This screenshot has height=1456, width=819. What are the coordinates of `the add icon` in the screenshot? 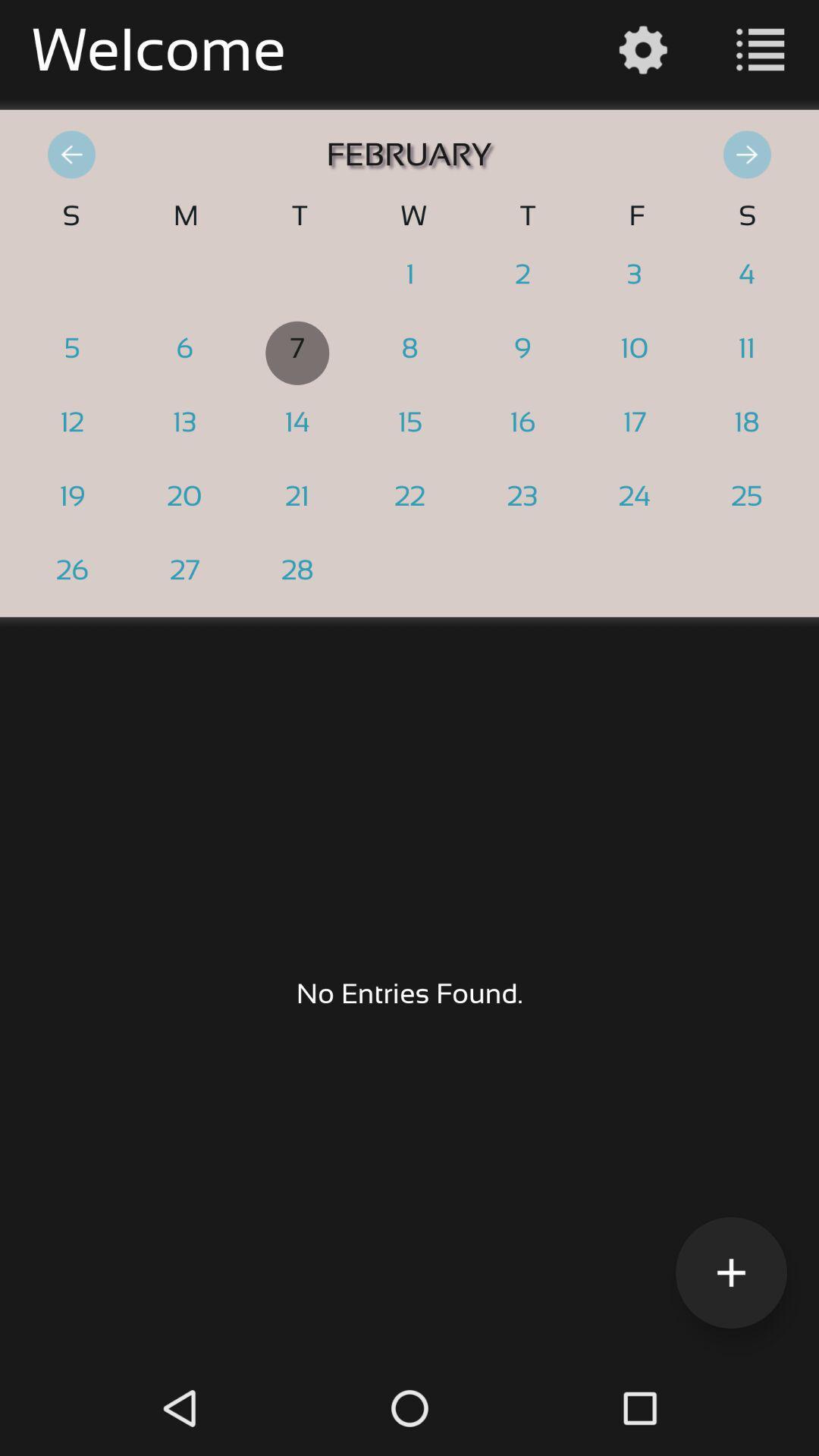 It's located at (730, 1272).